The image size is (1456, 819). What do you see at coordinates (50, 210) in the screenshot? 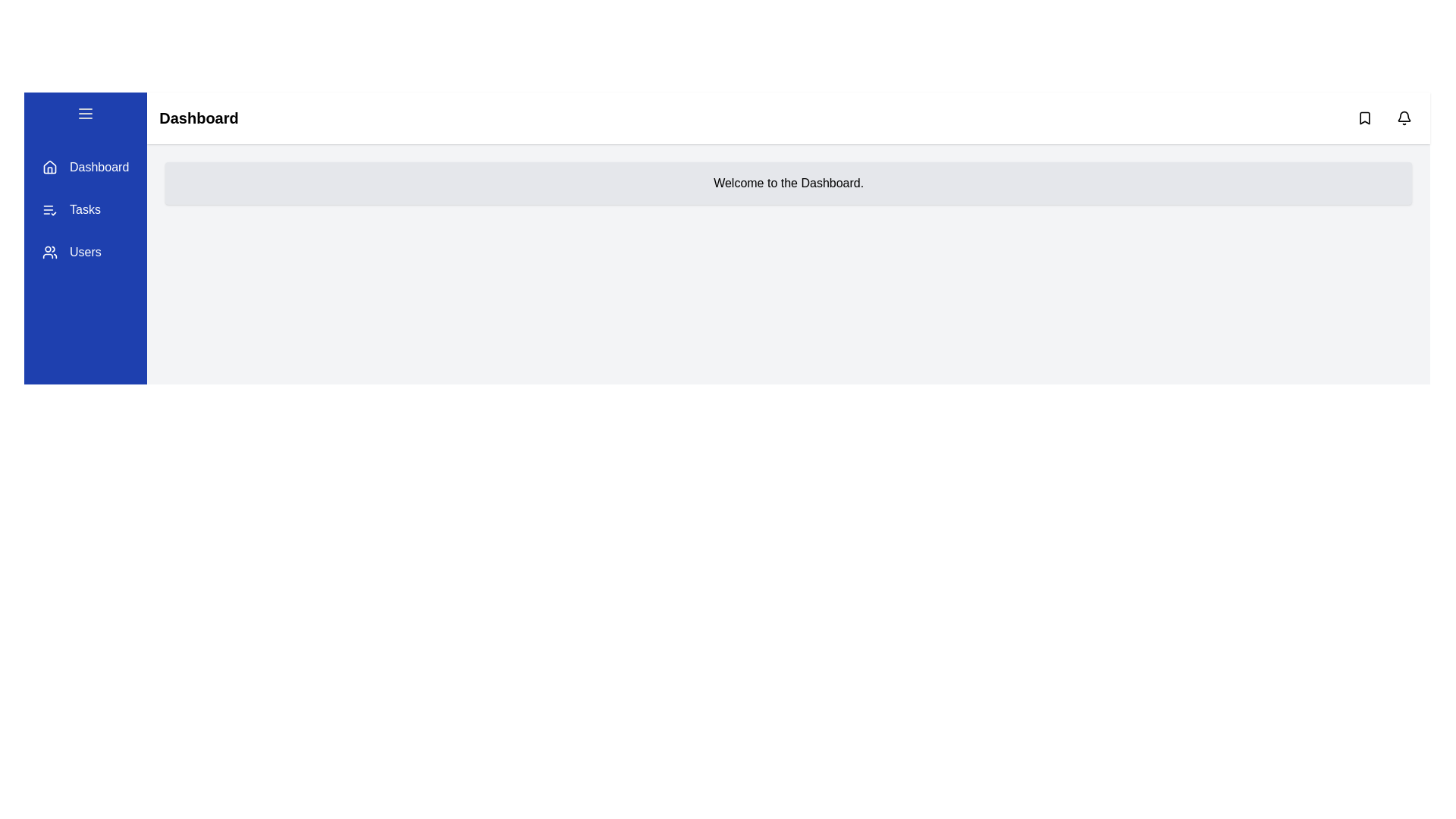
I see `the 'Tasks' graphic icon located in the vertical navigation panel on the left side, positioned as the second icon below the 'Dashboard' icon` at bounding box center [50, 210].